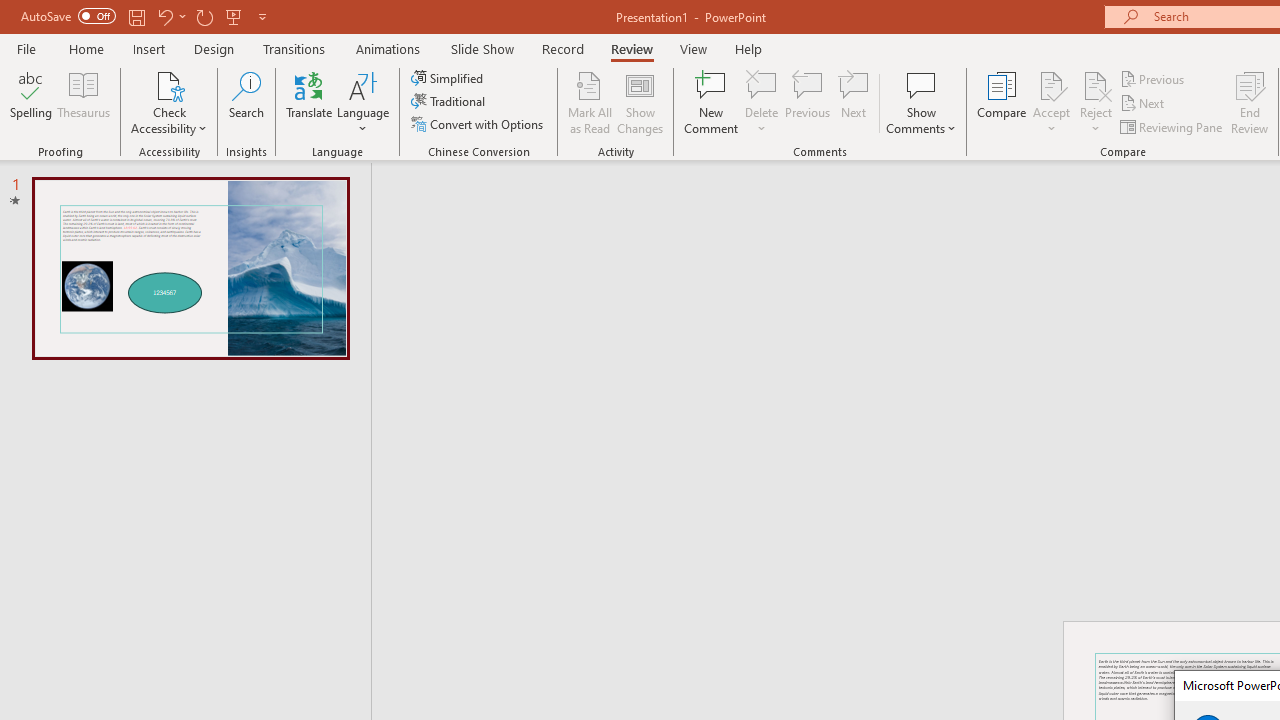 This screenshot has height=720, width=1280. Describe the element at coordinates (448, 101) in the screenshot. I see `'Traditional'` at that location.